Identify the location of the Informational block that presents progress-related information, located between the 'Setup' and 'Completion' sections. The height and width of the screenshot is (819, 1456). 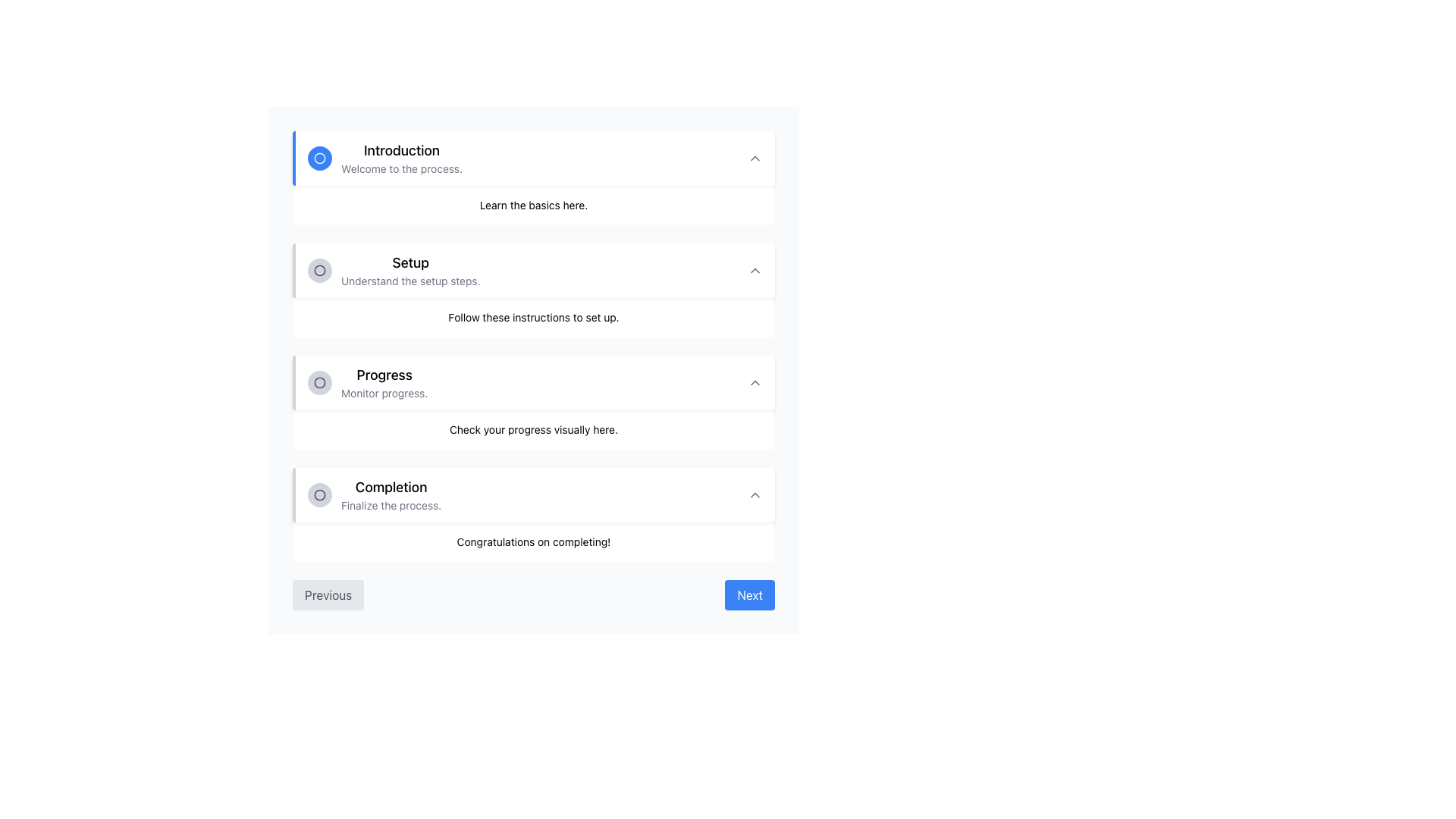
(534, 402).